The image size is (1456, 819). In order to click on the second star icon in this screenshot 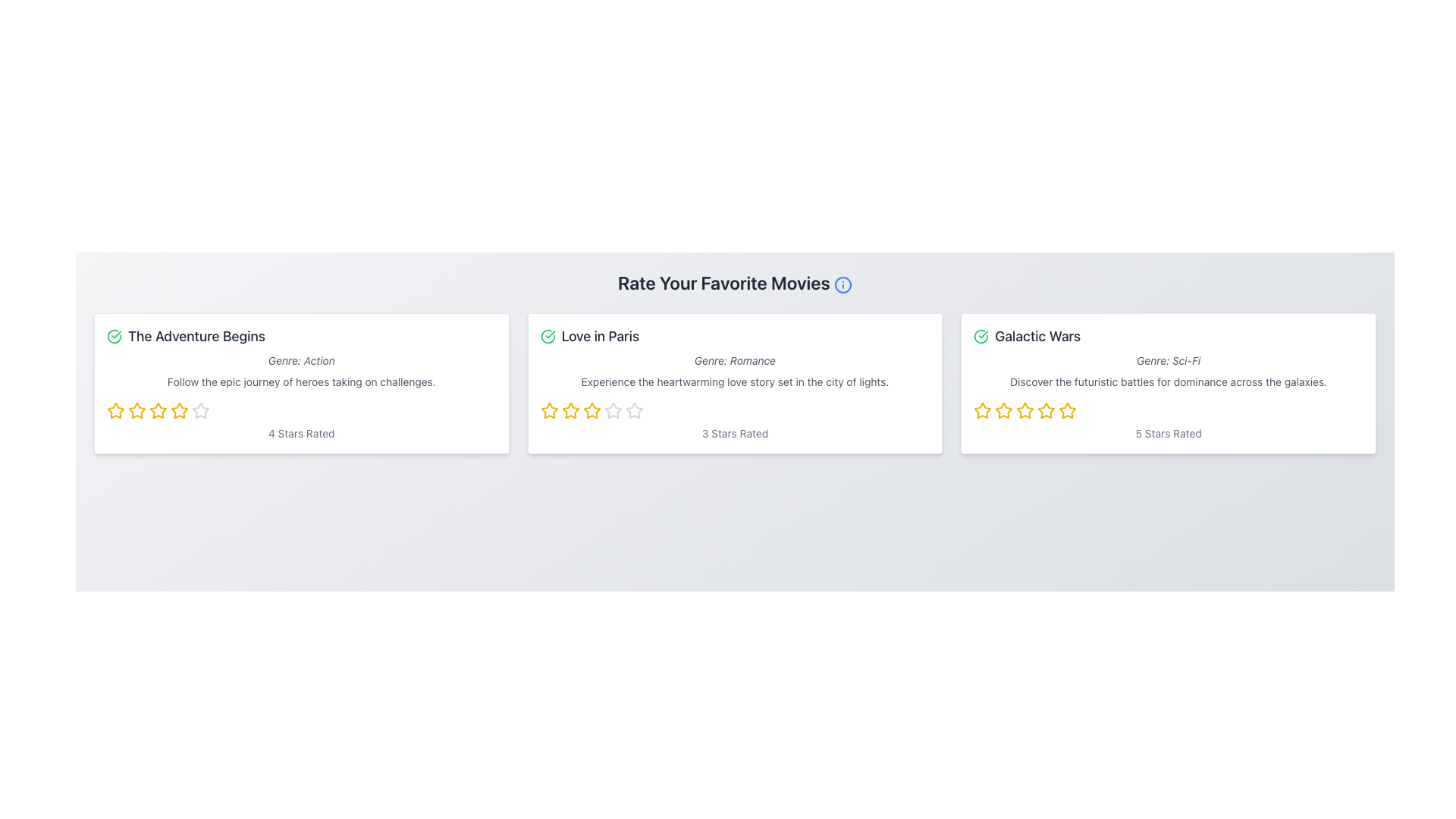, I will do `click(137, 410)`.